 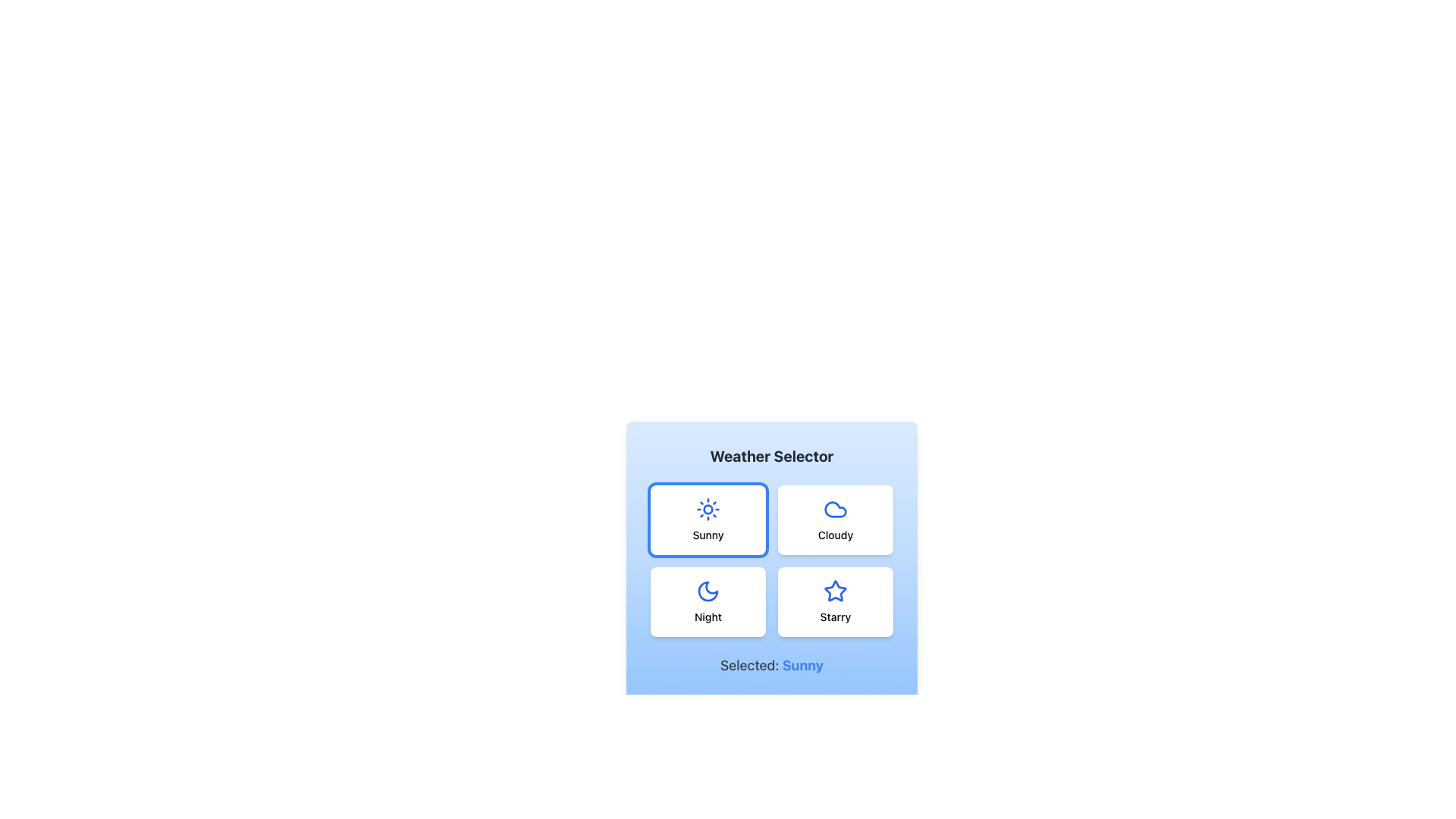 What do you see at coordinates (802, 664) in the screenshot?
I see `the blue-colored bold text displaying 'Sunny', which is part of the sentence 'Selected: Sunny', located at the bottom of a weather selection panel` at bounding box center [802, 664].